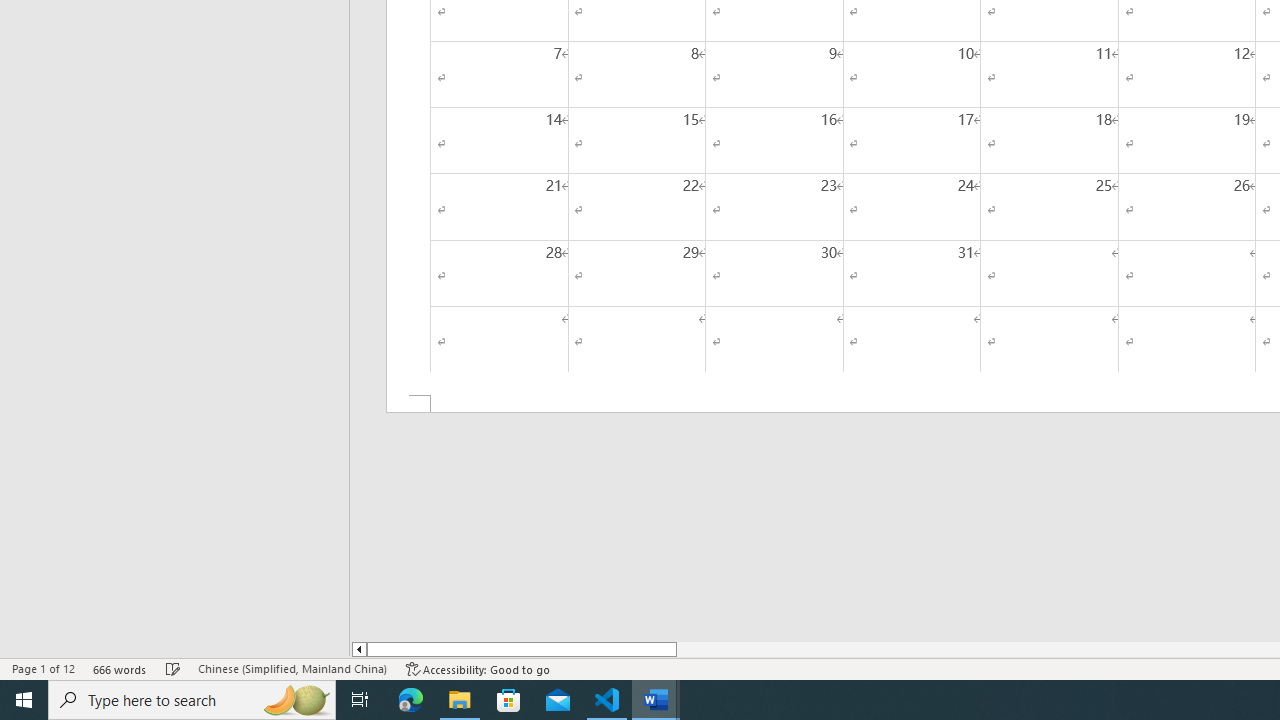 The height and width of the screenshot is (720, 1280). What do you see at coordinates (119, 669) in the screenshot?
I see `'Word Count 666 words'` at bounding box center [119, 669].